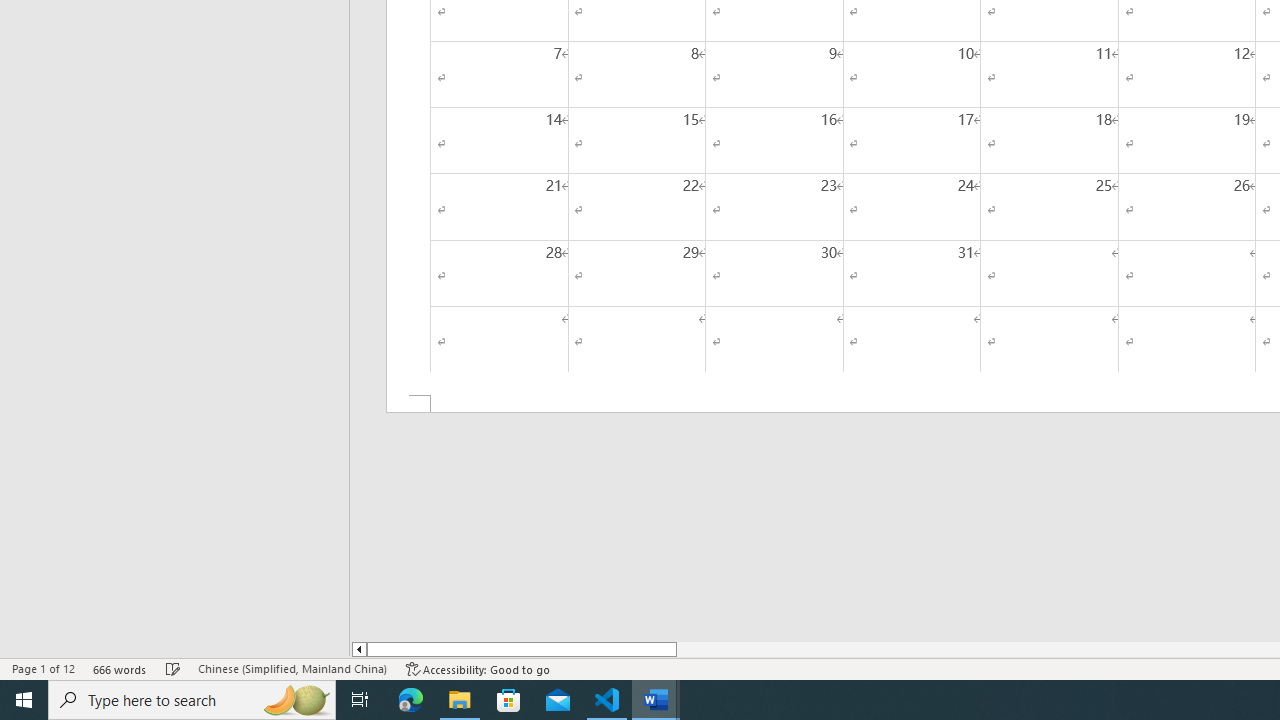 The height and width of the screenshot is (720, 1280). What do you see at coordinates (119, 669) in the screenshot?
I see `'Word Count 666 words'` at bounding box center [119, 669].